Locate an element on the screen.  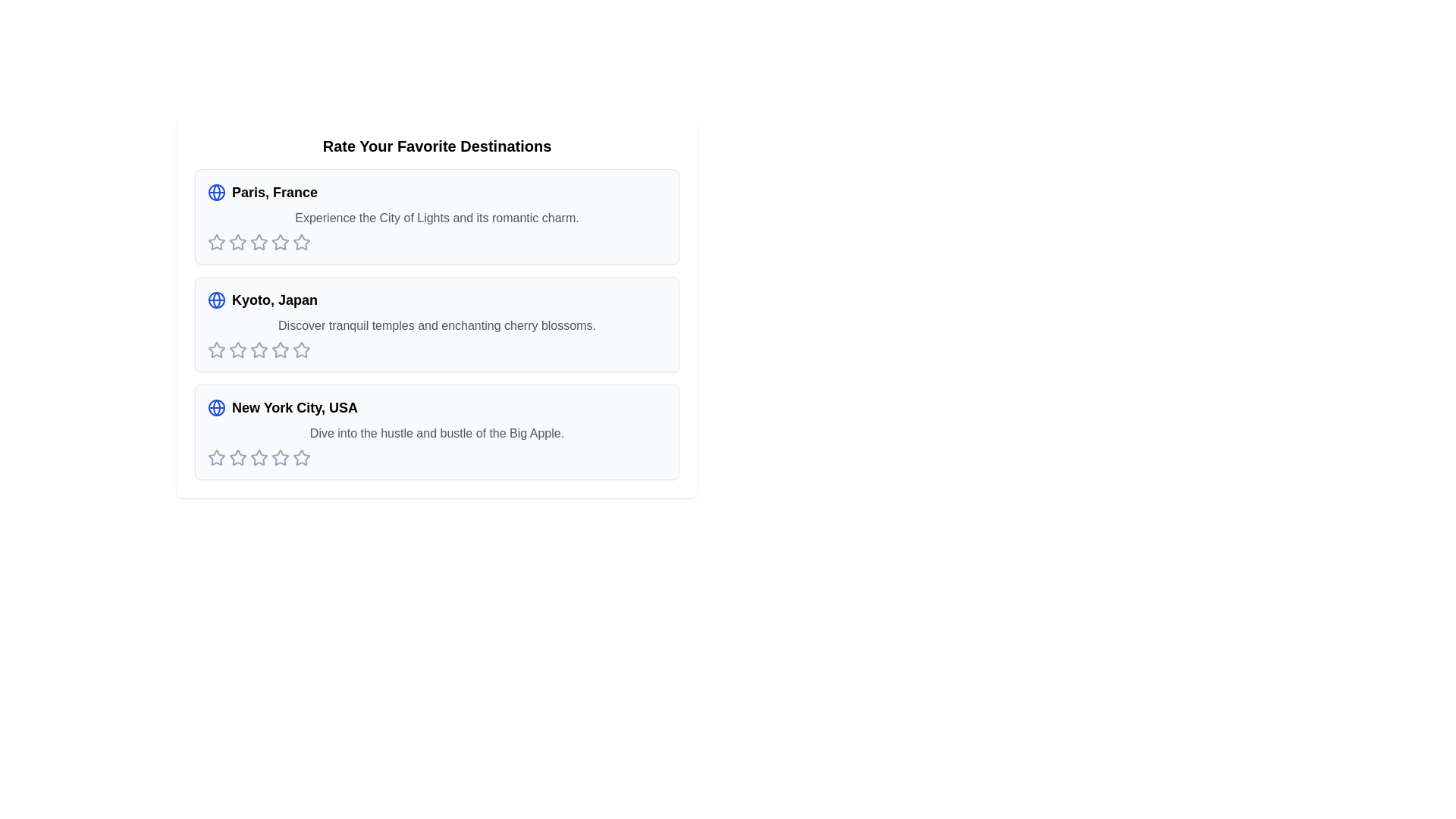
the fifth star icon in the rating section under the 'New York City, USA' text block to rate is located at coordinates (280, 457).